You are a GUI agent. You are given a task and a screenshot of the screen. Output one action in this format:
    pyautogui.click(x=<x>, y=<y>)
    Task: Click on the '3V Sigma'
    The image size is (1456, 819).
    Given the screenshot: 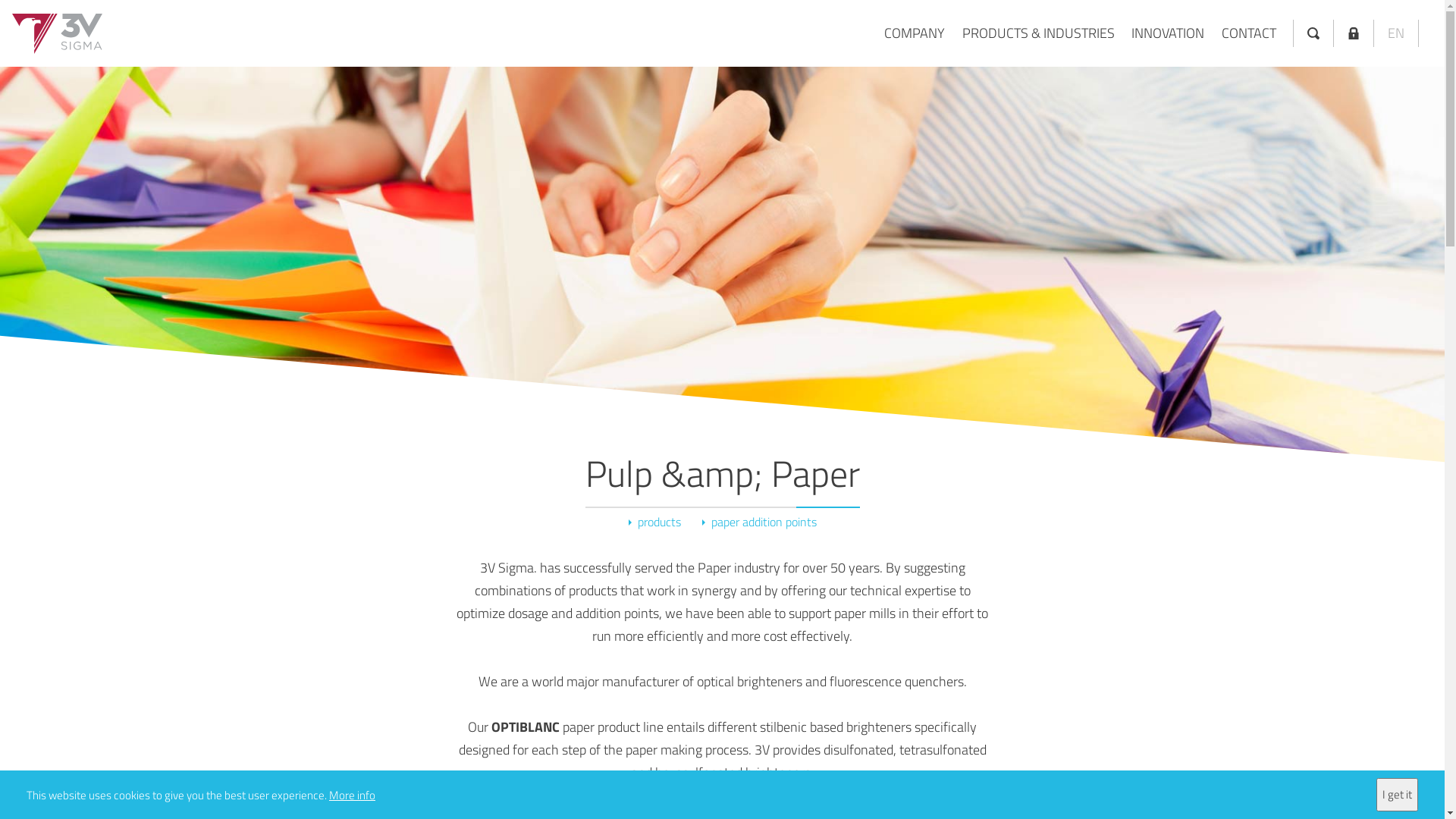 What is the action you would take?
    pyautogui.click(x=57, y=33)
    